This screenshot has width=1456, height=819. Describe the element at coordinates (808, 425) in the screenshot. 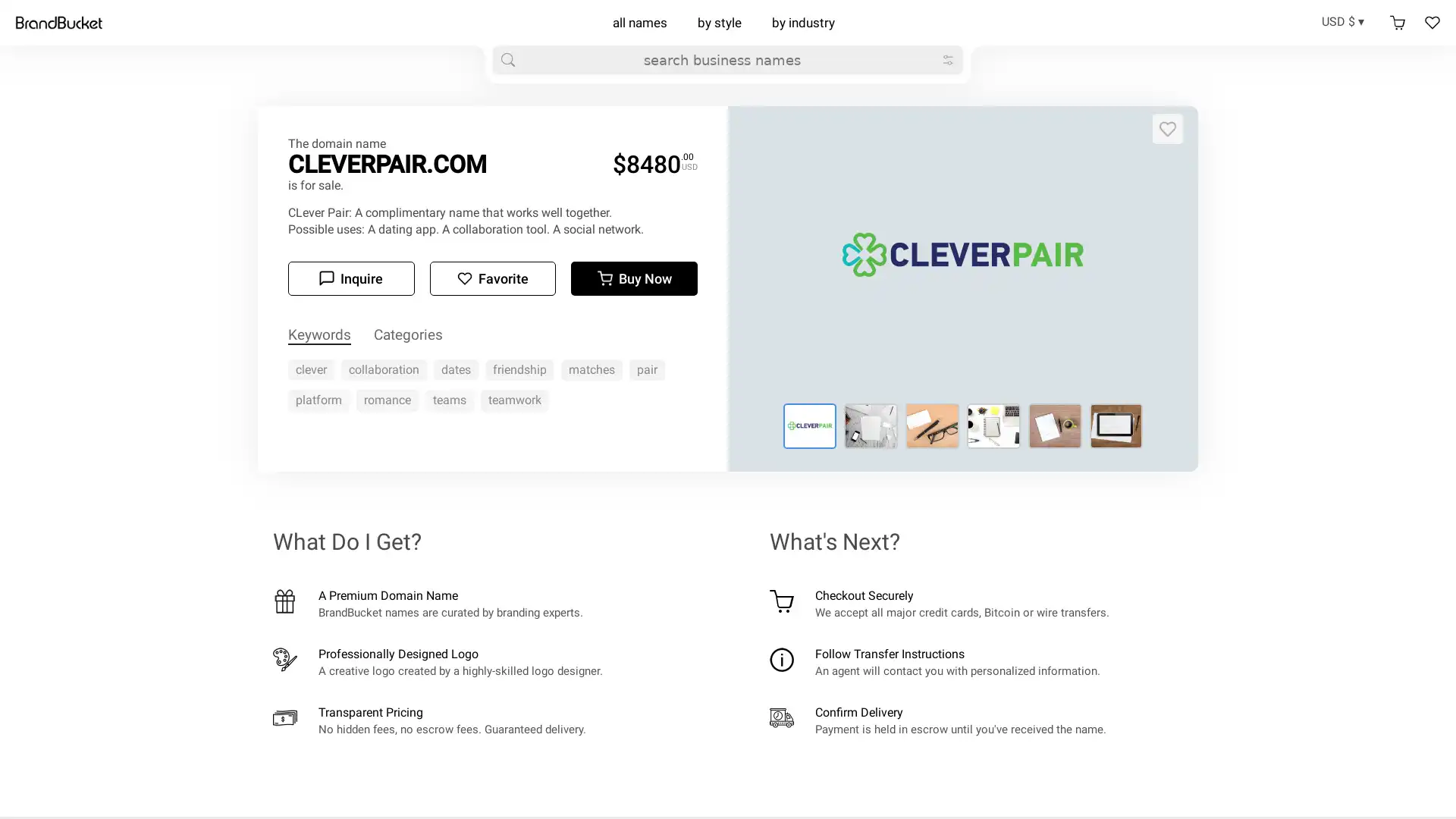

I see `Logo for cleverpair.com` at that location.